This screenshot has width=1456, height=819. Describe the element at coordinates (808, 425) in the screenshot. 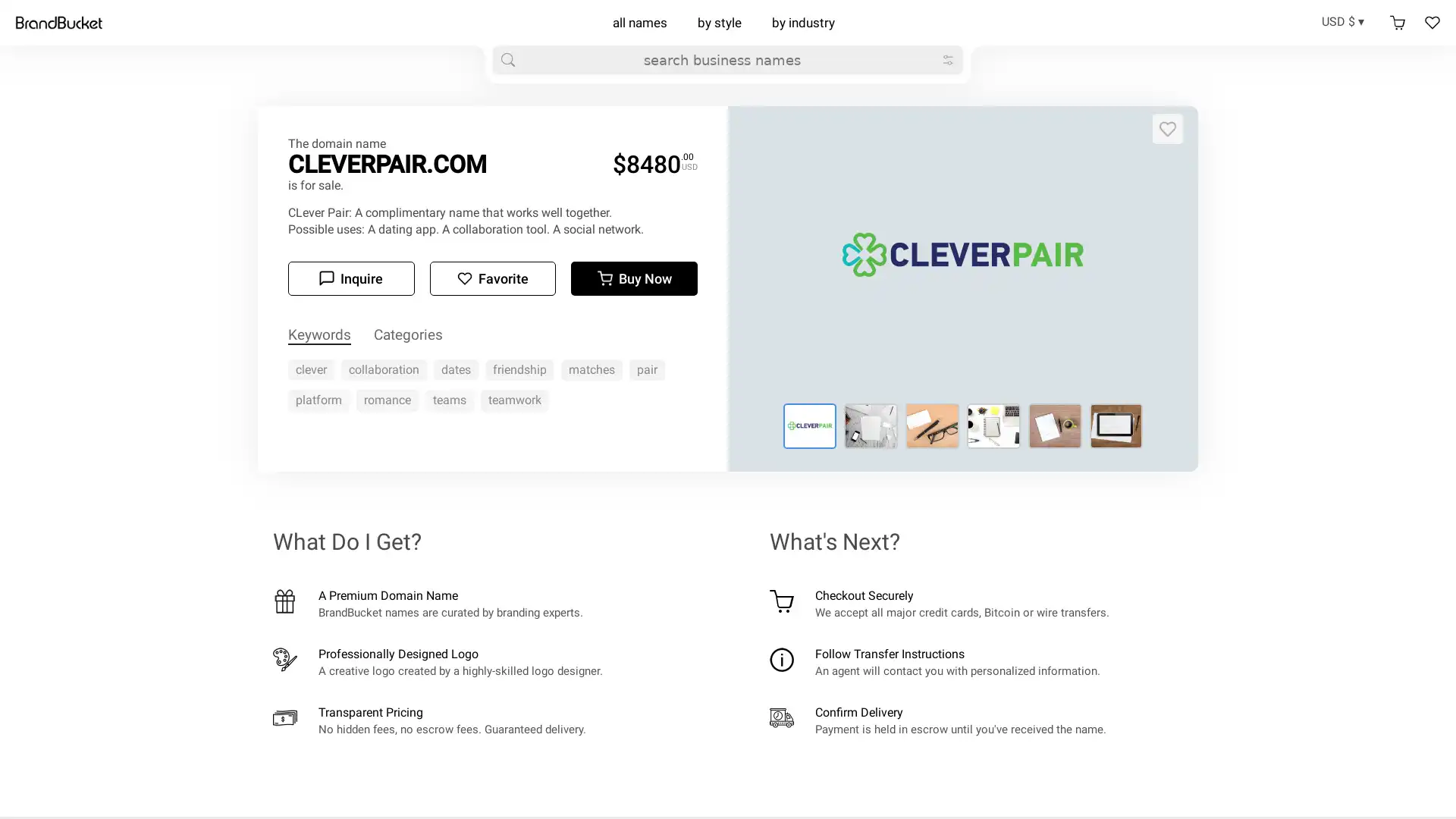

I see `Logo for cleverpair.com` at that location.